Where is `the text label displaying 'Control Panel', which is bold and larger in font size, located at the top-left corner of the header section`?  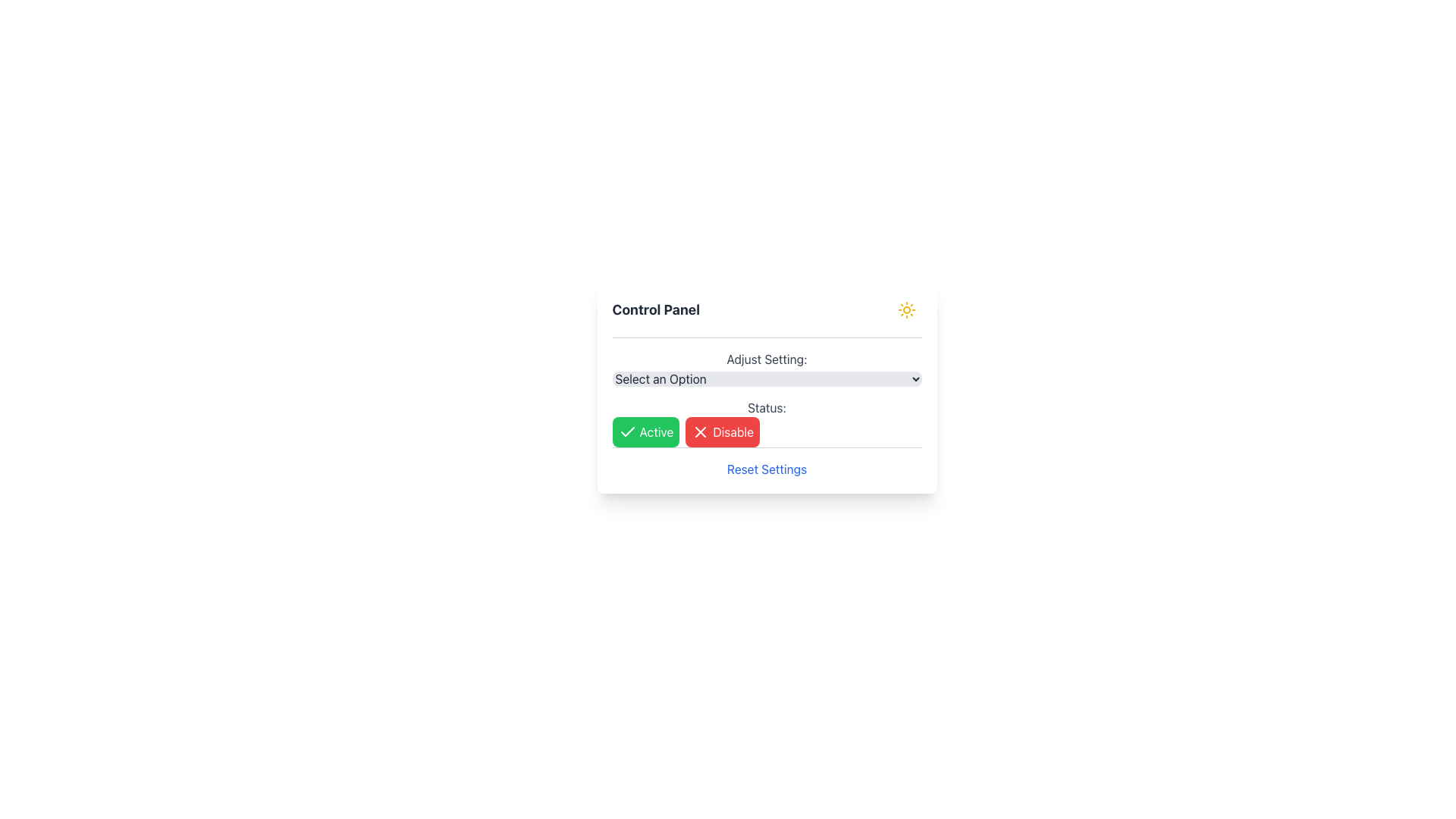 the text label displaying 'Control Panel', which is bold and larger in font size, located at the top-left corner of the header section is located at coordinates (656, 309).